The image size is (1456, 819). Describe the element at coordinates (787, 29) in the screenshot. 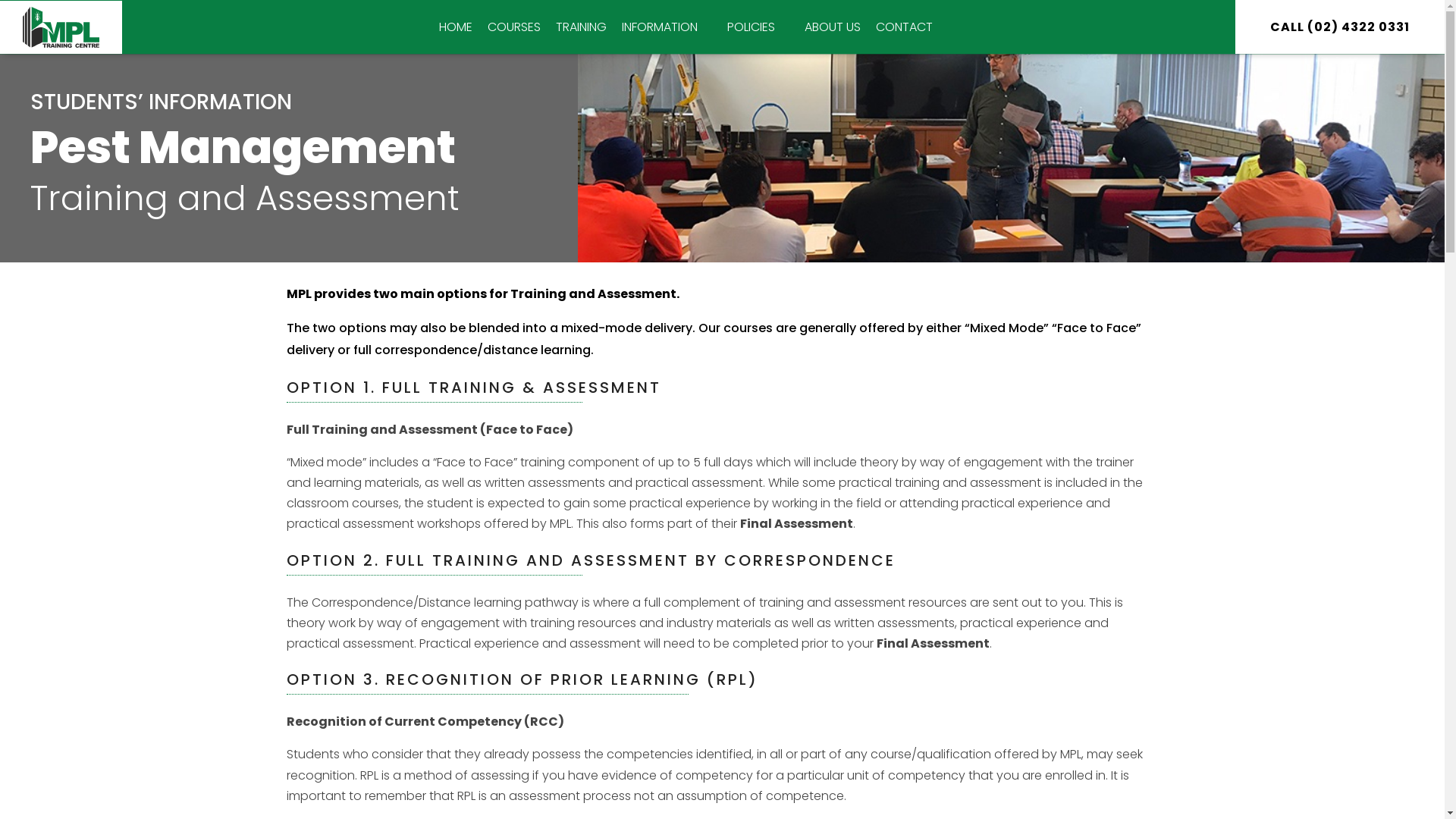

I see `'MORE INFO'` at that location.